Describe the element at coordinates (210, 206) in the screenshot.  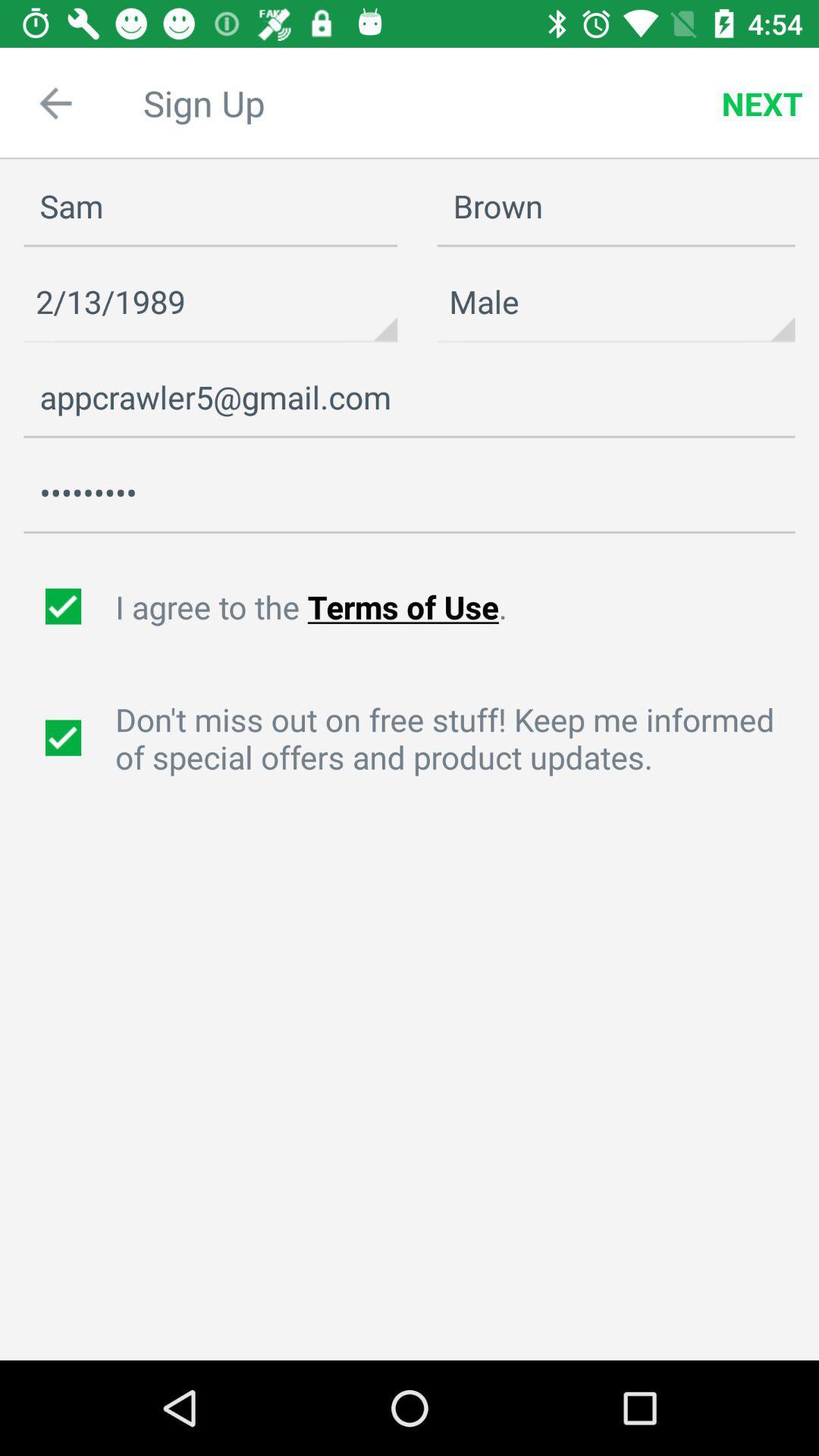
I see `the icon next to brown icon` at that location.